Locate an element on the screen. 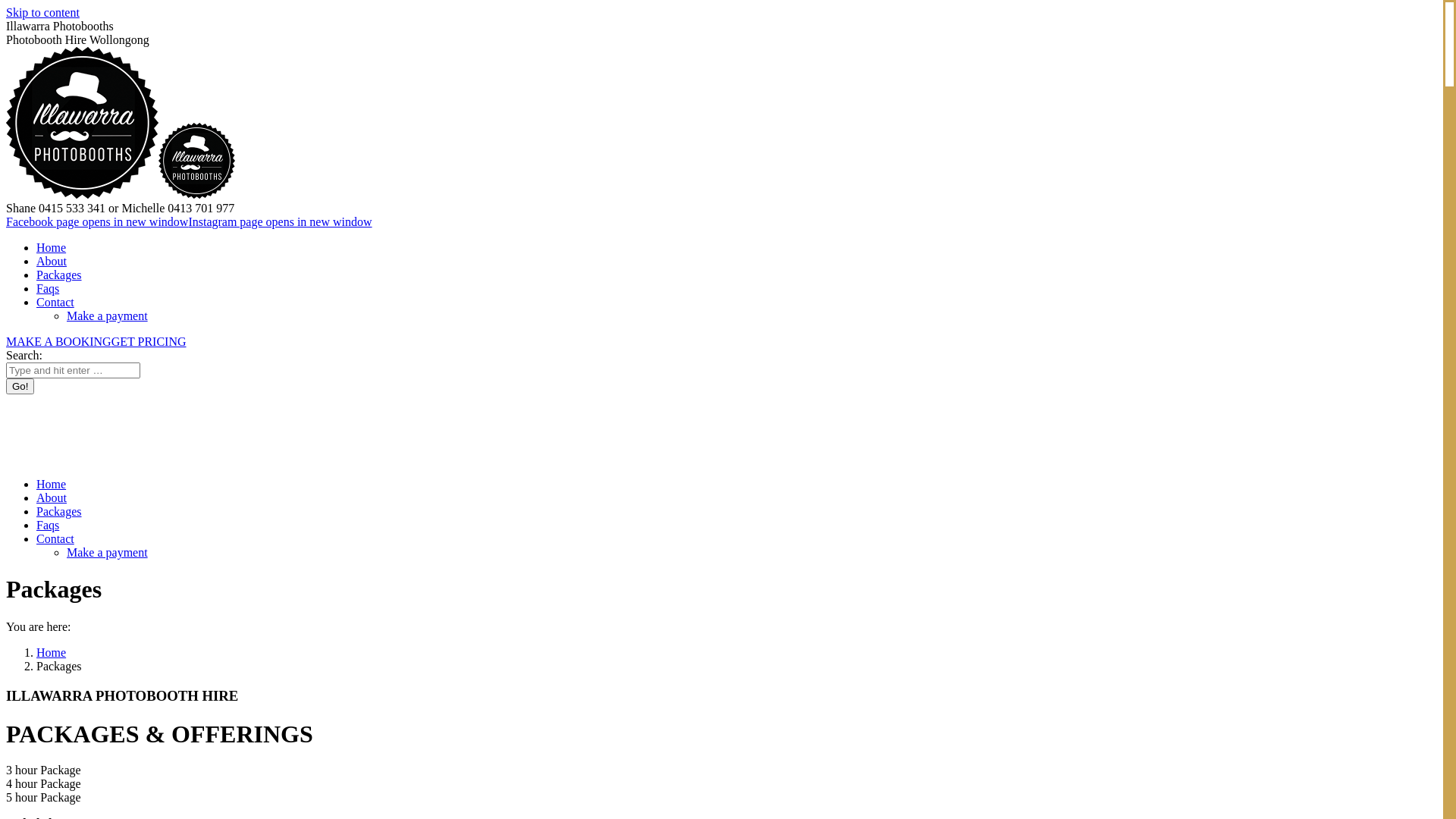  'Make a payment' is located at coordinates (106, 552).